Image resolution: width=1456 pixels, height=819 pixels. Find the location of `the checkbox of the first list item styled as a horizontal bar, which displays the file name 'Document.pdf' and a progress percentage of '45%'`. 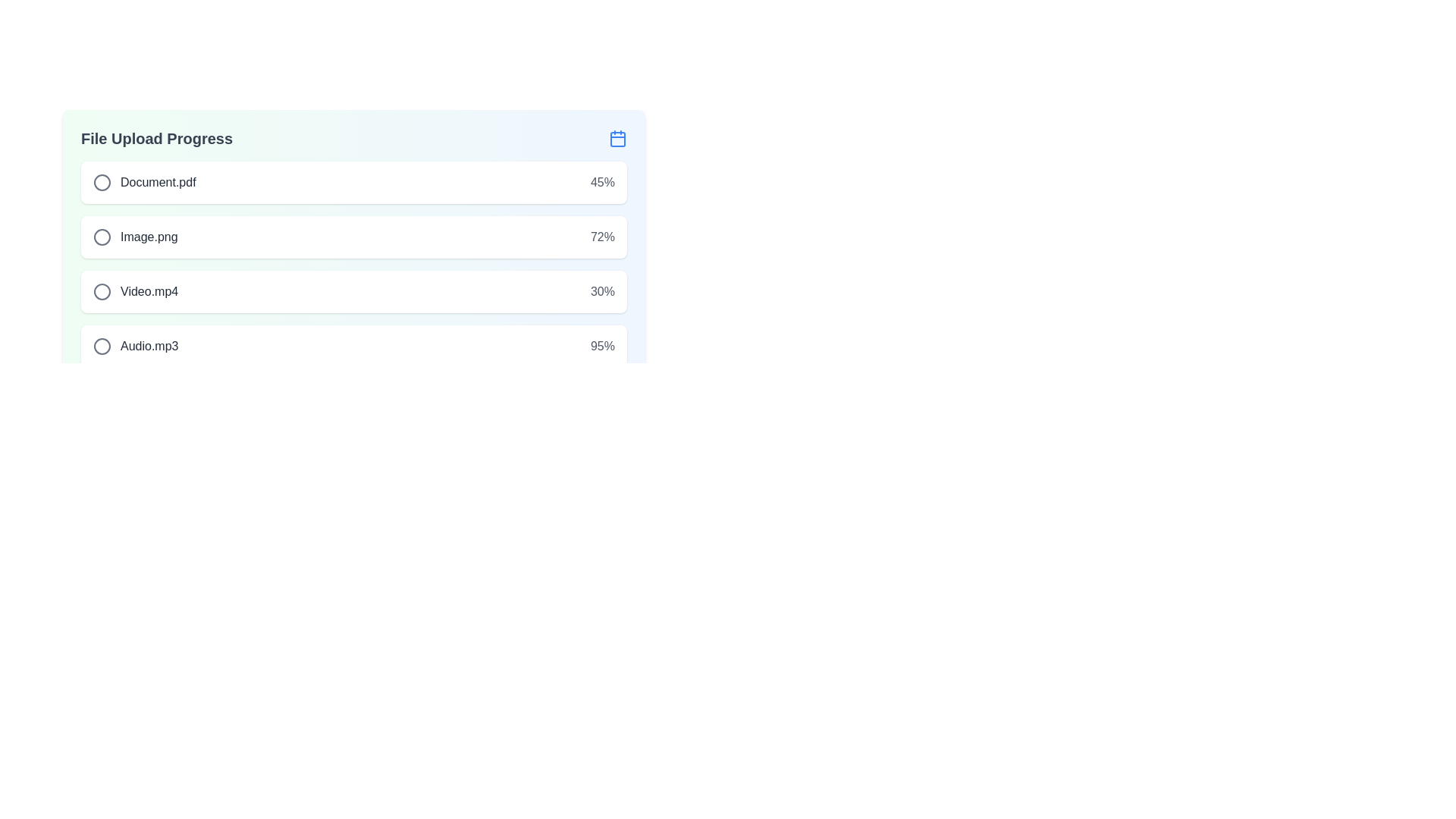

the checkbox of the first list item styled as a horizontal bar, which displays the file name 'Document.pdf' and a progress percentage of '45%' is located at coordinates (353, 181).